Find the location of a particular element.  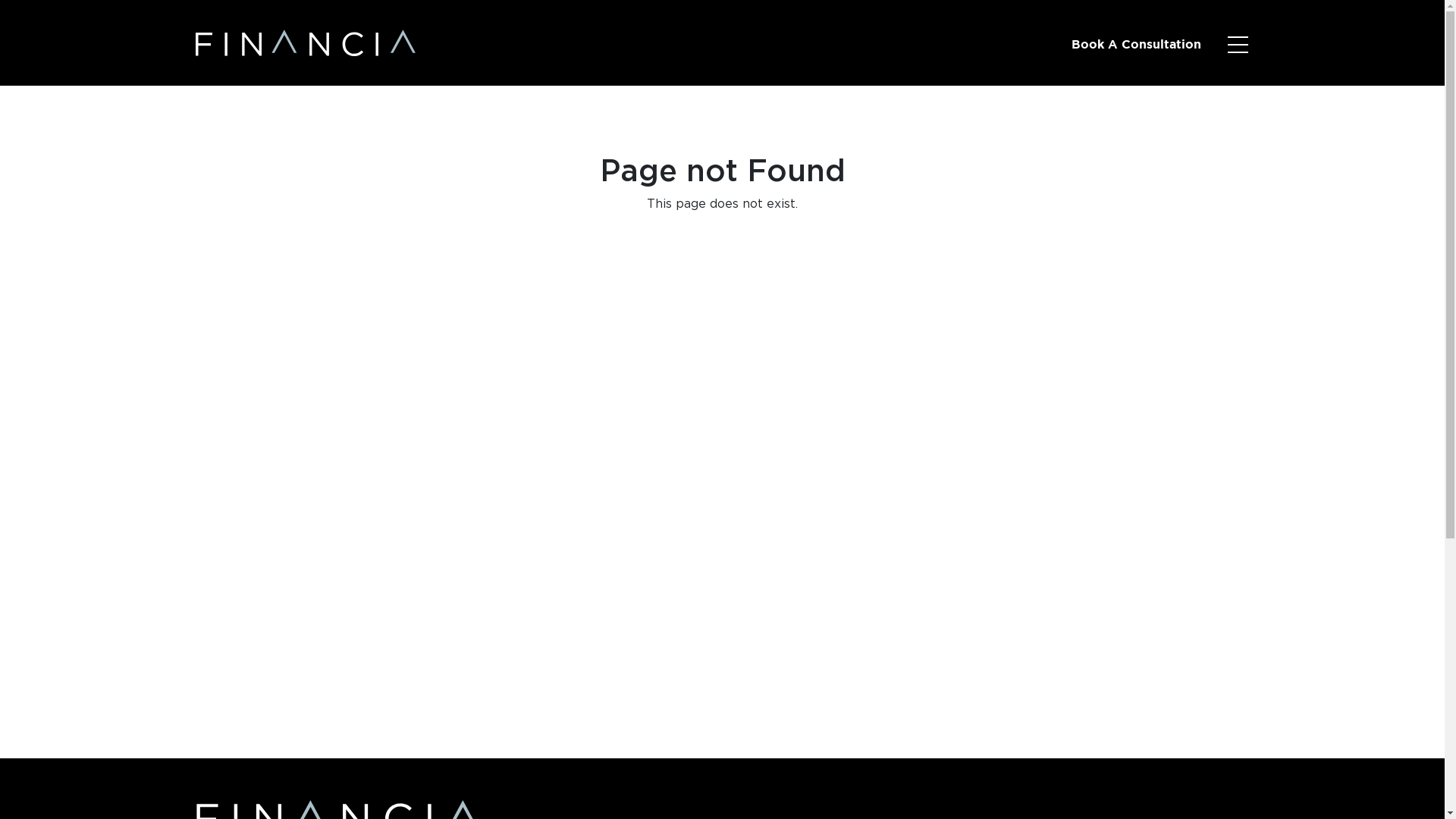

'Book A Consultation' is located at coordinates (1135, 45).